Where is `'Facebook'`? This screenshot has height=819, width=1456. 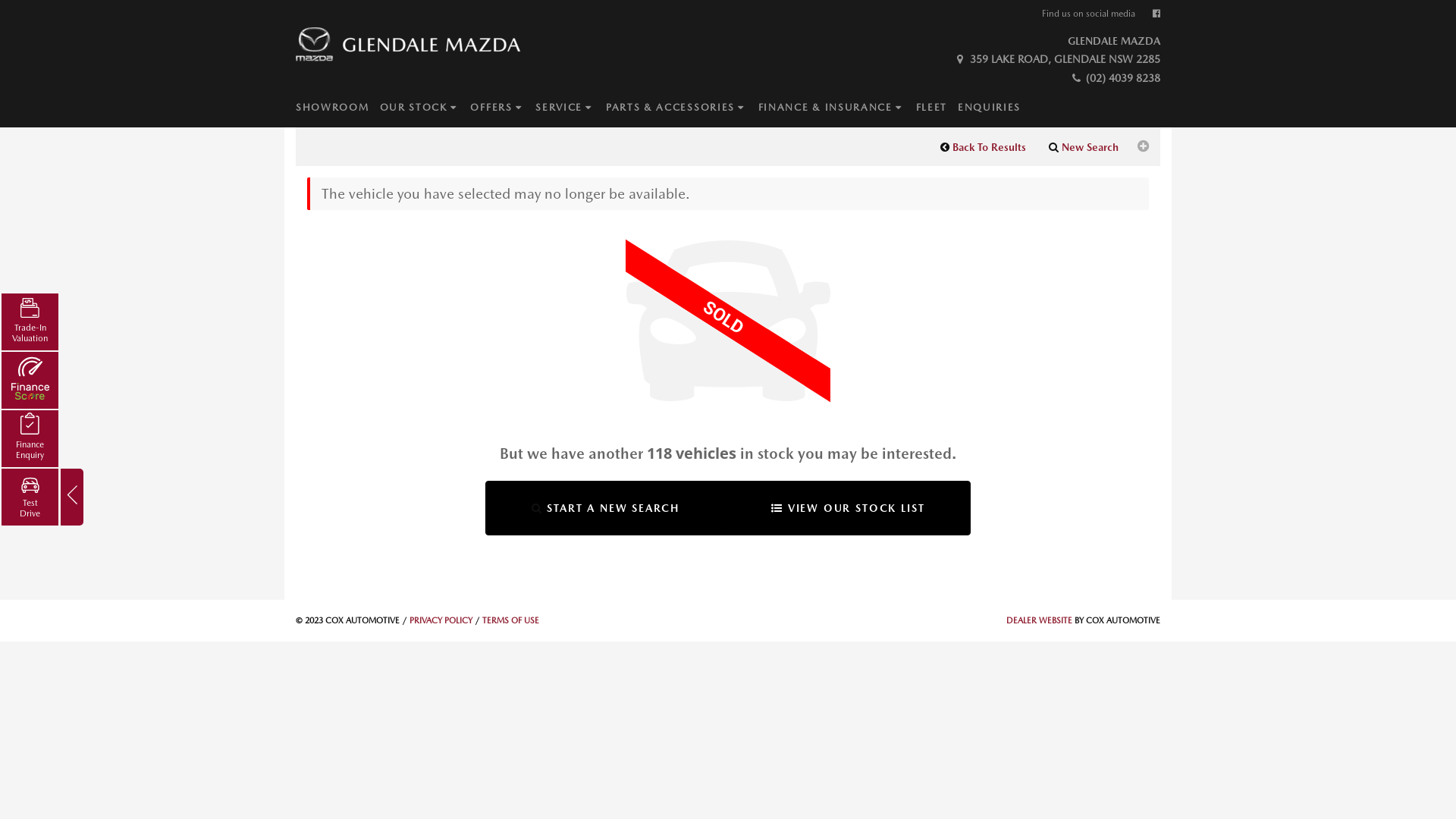
'Facebook' is located at coordinates (1156, 14).